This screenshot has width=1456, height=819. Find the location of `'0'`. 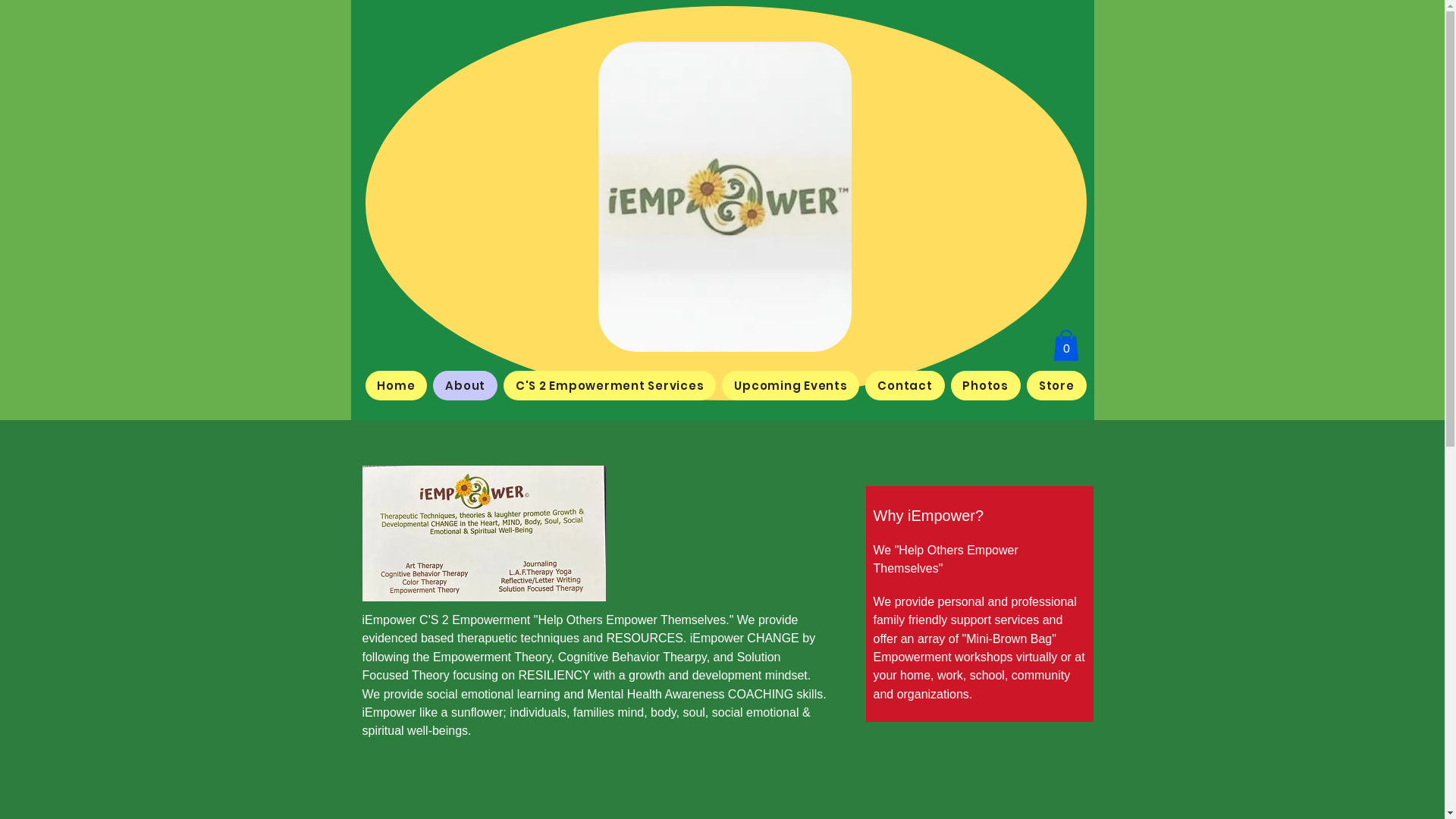

'0' is located at coordinates (1065, 345).